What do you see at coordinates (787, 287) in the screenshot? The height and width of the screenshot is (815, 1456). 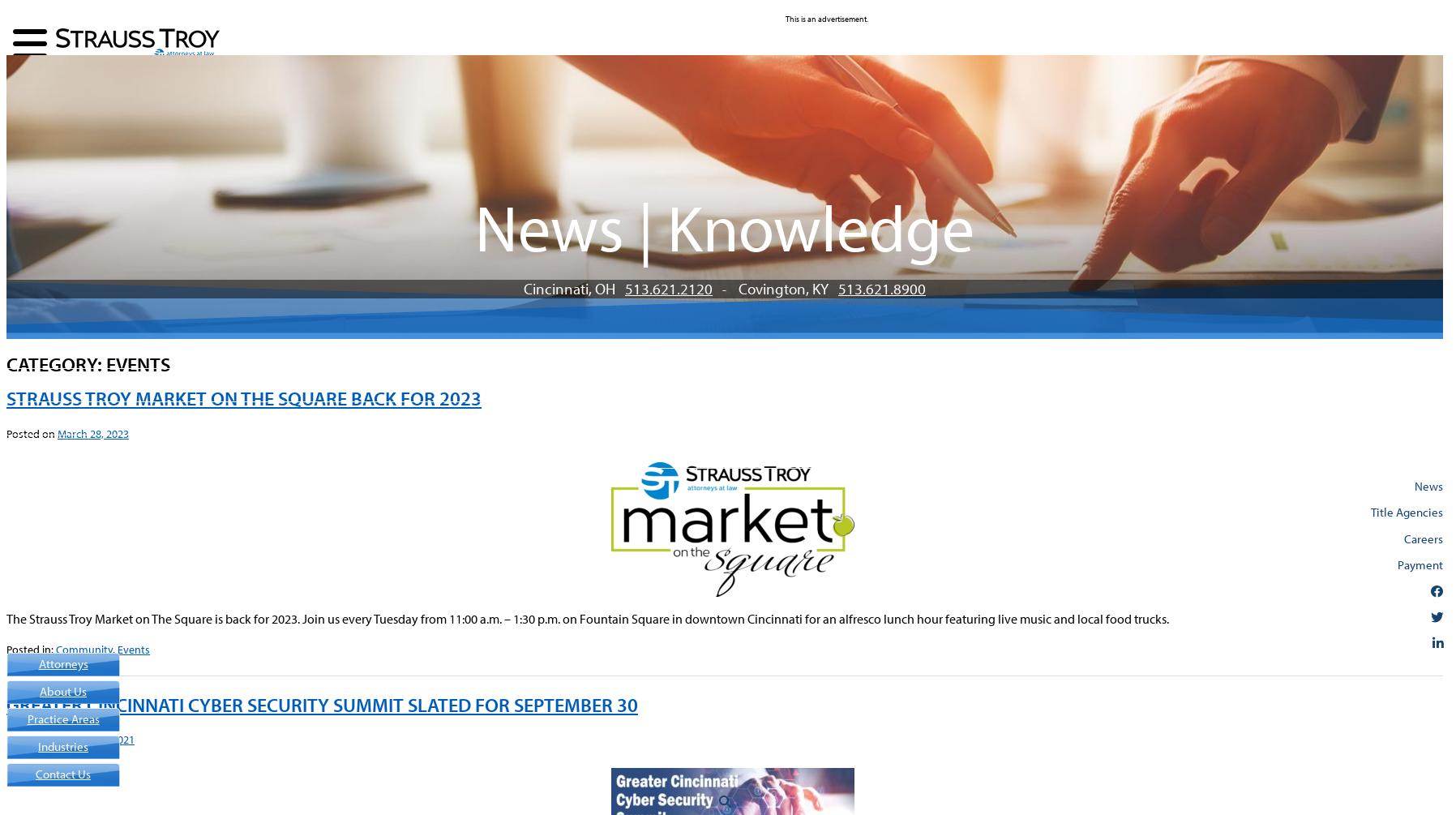 I see `'Covington, KY'` at bounding box center [787, 287].